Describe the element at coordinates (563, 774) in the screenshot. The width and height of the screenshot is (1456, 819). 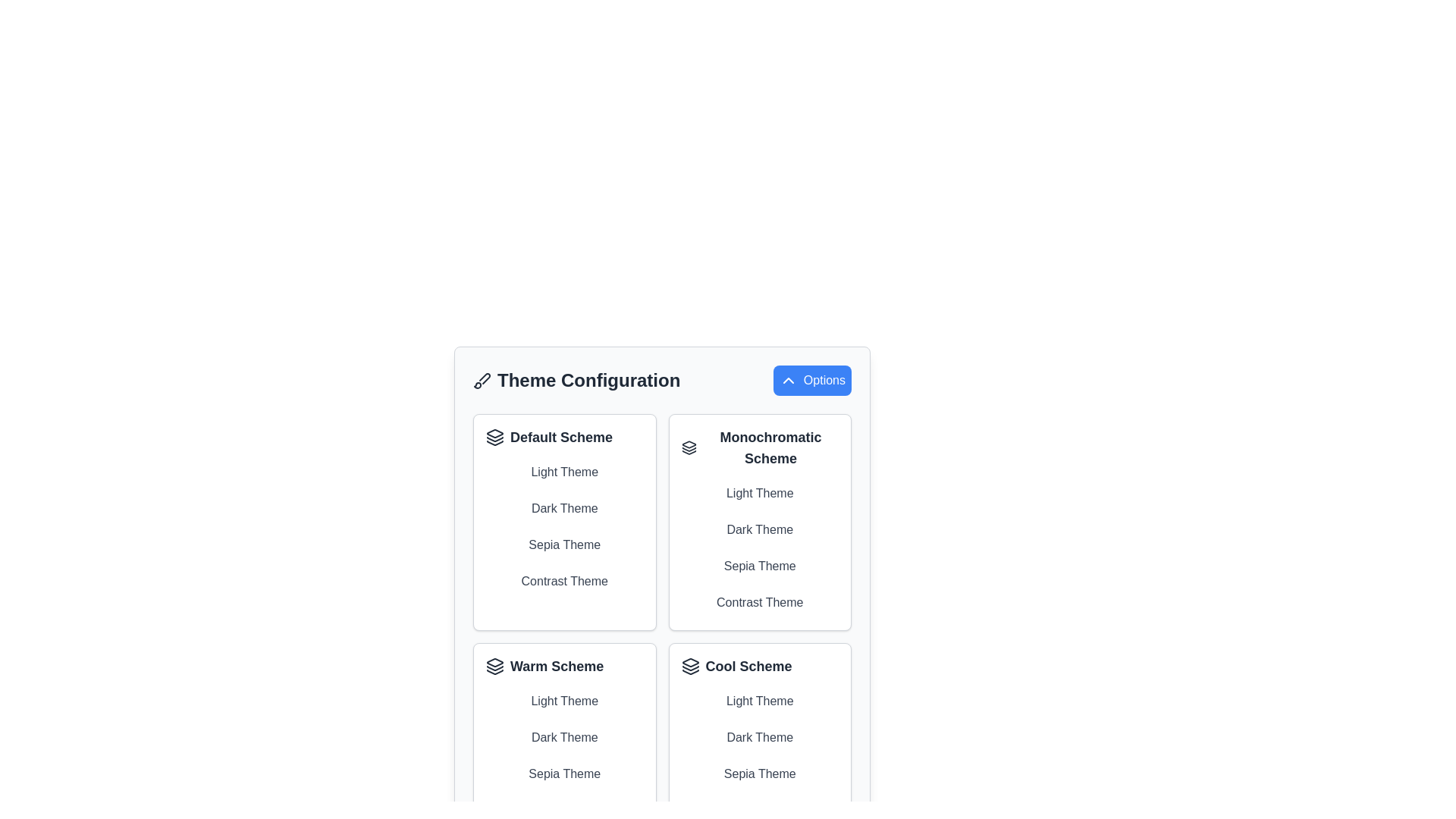
I see `the 'Sepia' theme text label located within the 'Warm Scheme' theme options` at that location.